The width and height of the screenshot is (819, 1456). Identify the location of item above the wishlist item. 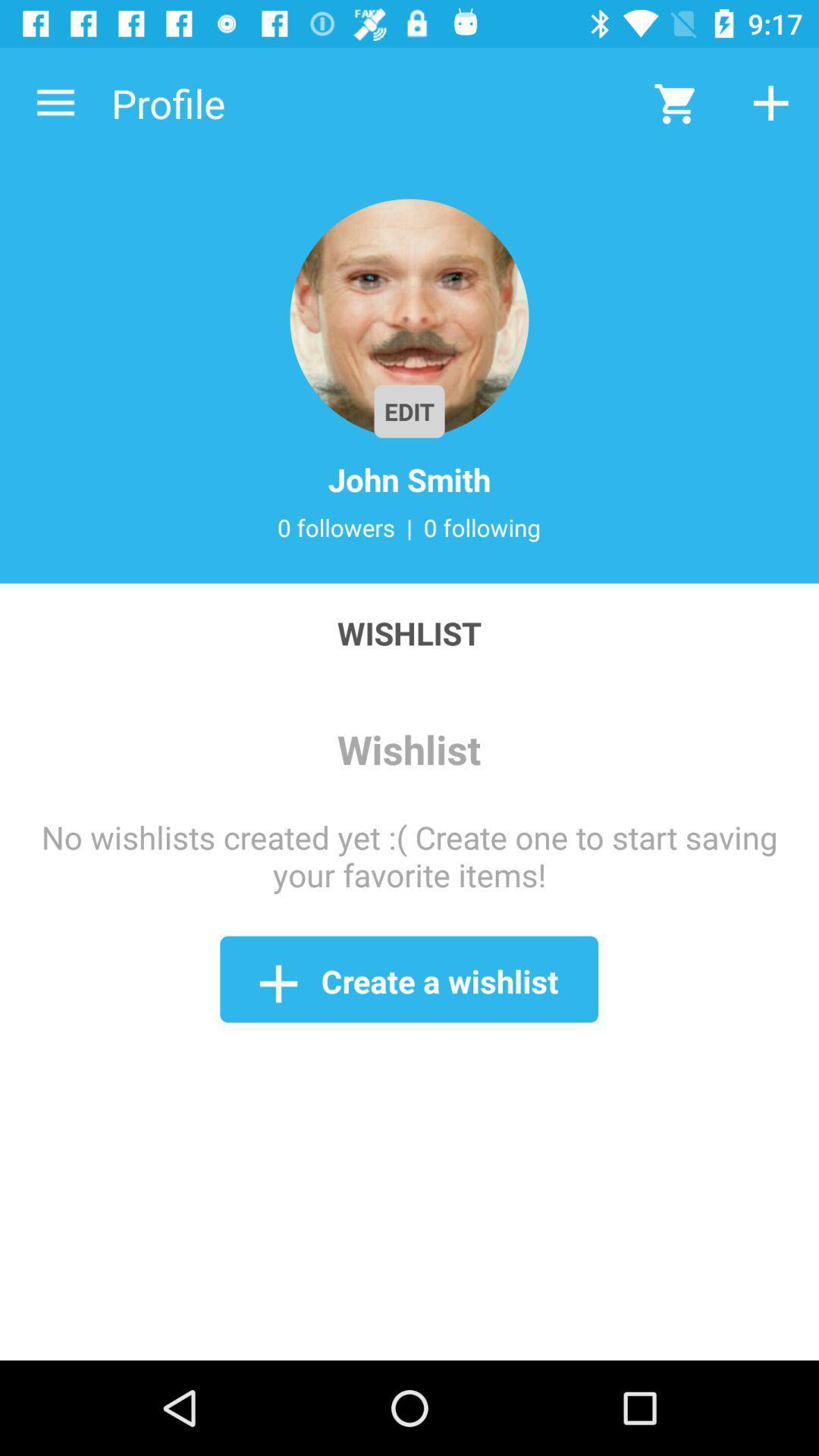
(55, 102).